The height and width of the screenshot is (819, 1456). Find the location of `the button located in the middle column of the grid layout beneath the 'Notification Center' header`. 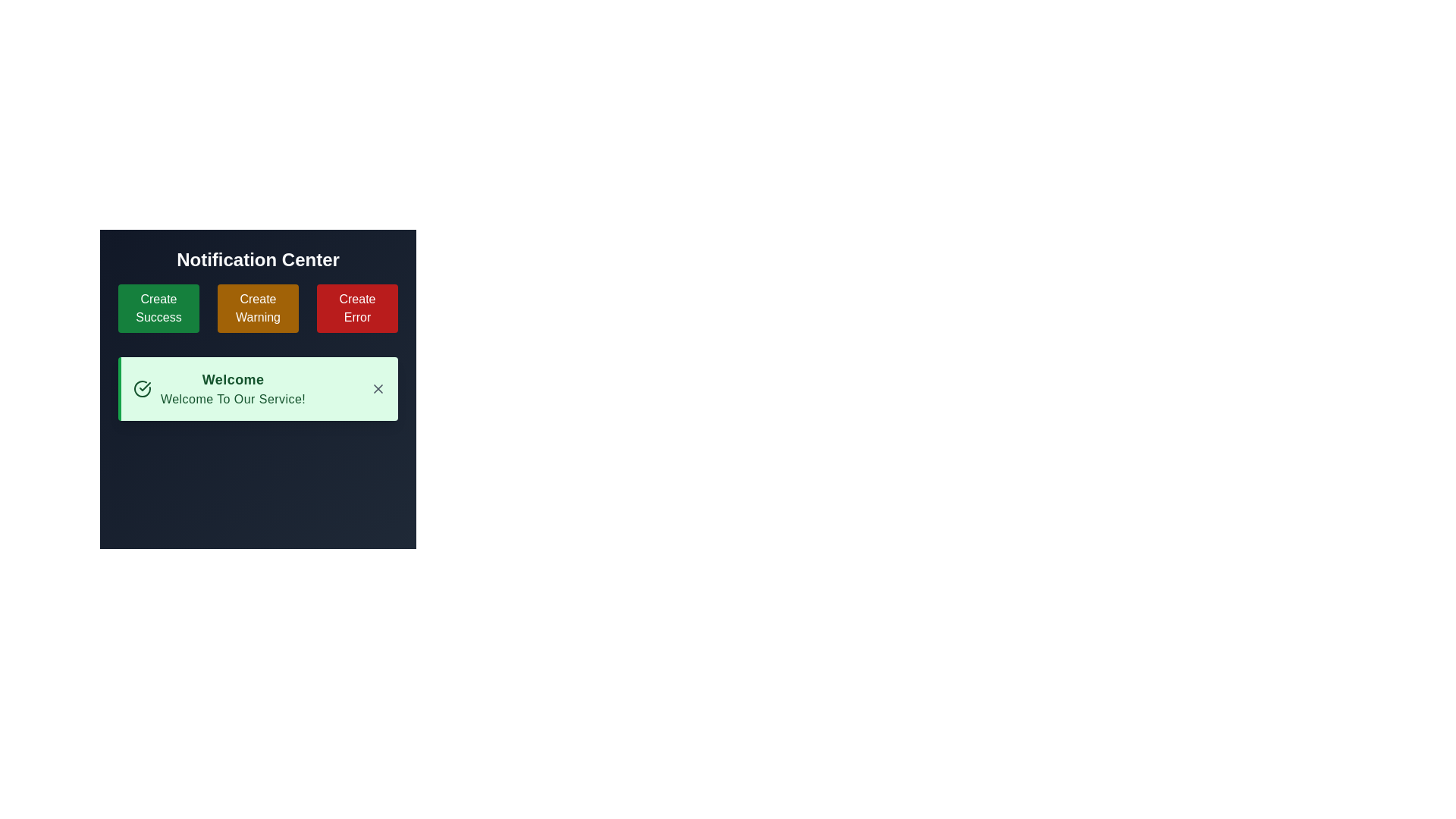

the button located in the middle column of the grid layout beneath the 'Notification Center' header is located at coordinates (258, 308).